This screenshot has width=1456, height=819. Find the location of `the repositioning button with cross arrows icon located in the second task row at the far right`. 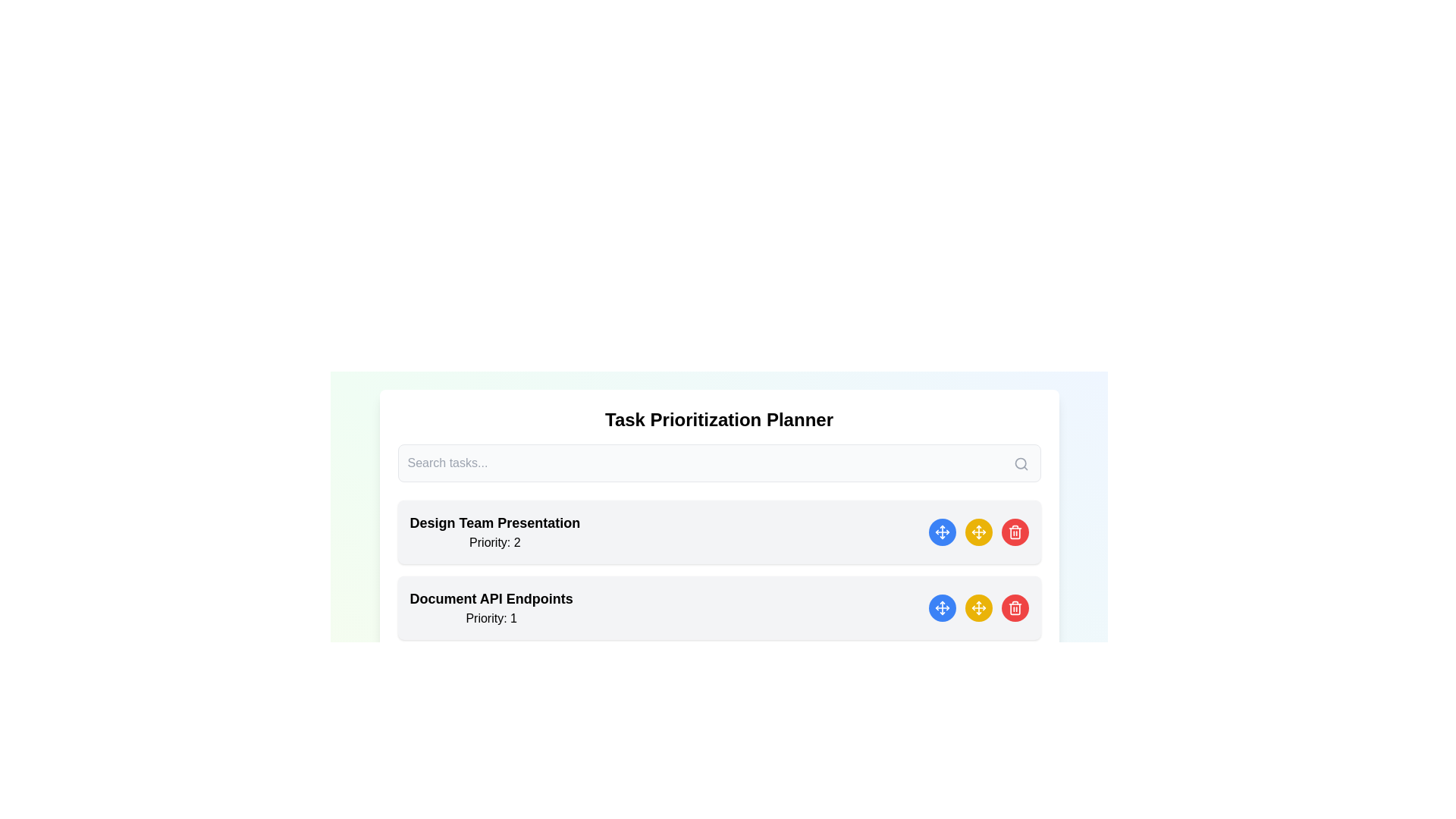

the repositioning button with cross arrows icon located in the second task row at the far right is located at coordinates (978, 532).